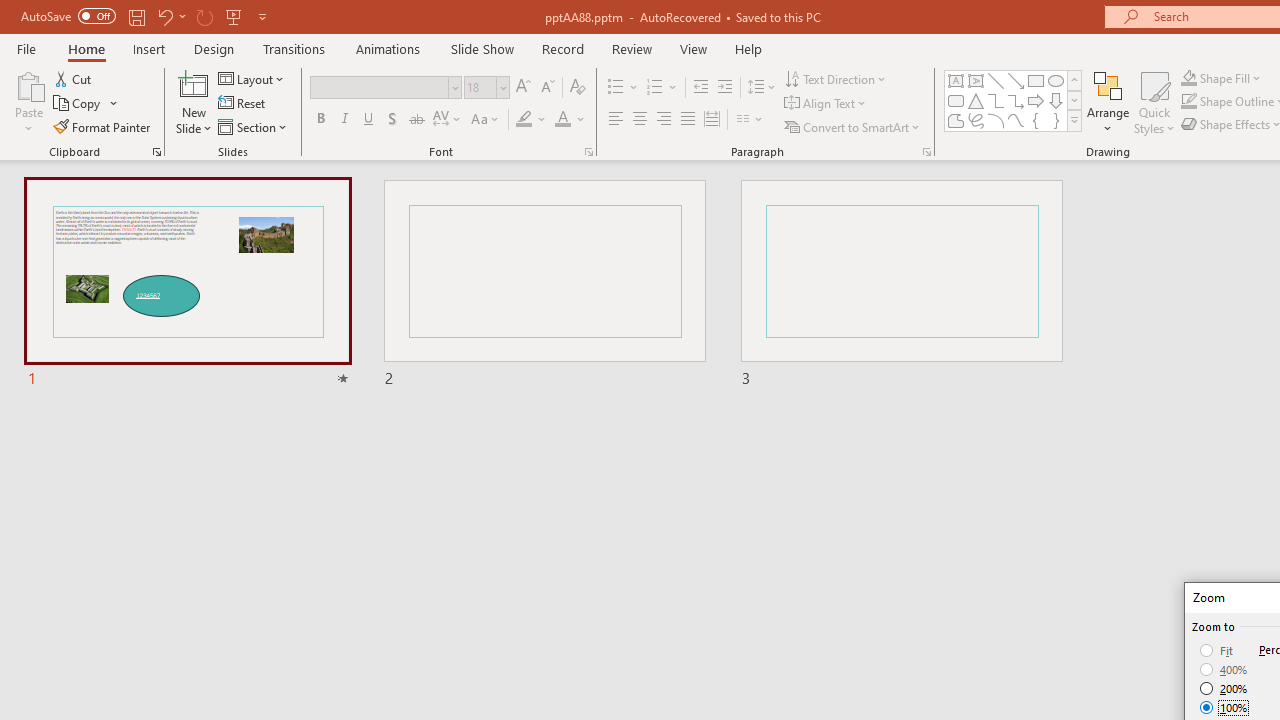 This screenshot has height=720, width=1280. What do you see at coordinates (1189, 77) in the screenshot?
I see `'Shape Fill Aqua, Accent 2'` at bounding box center [1189, 77].